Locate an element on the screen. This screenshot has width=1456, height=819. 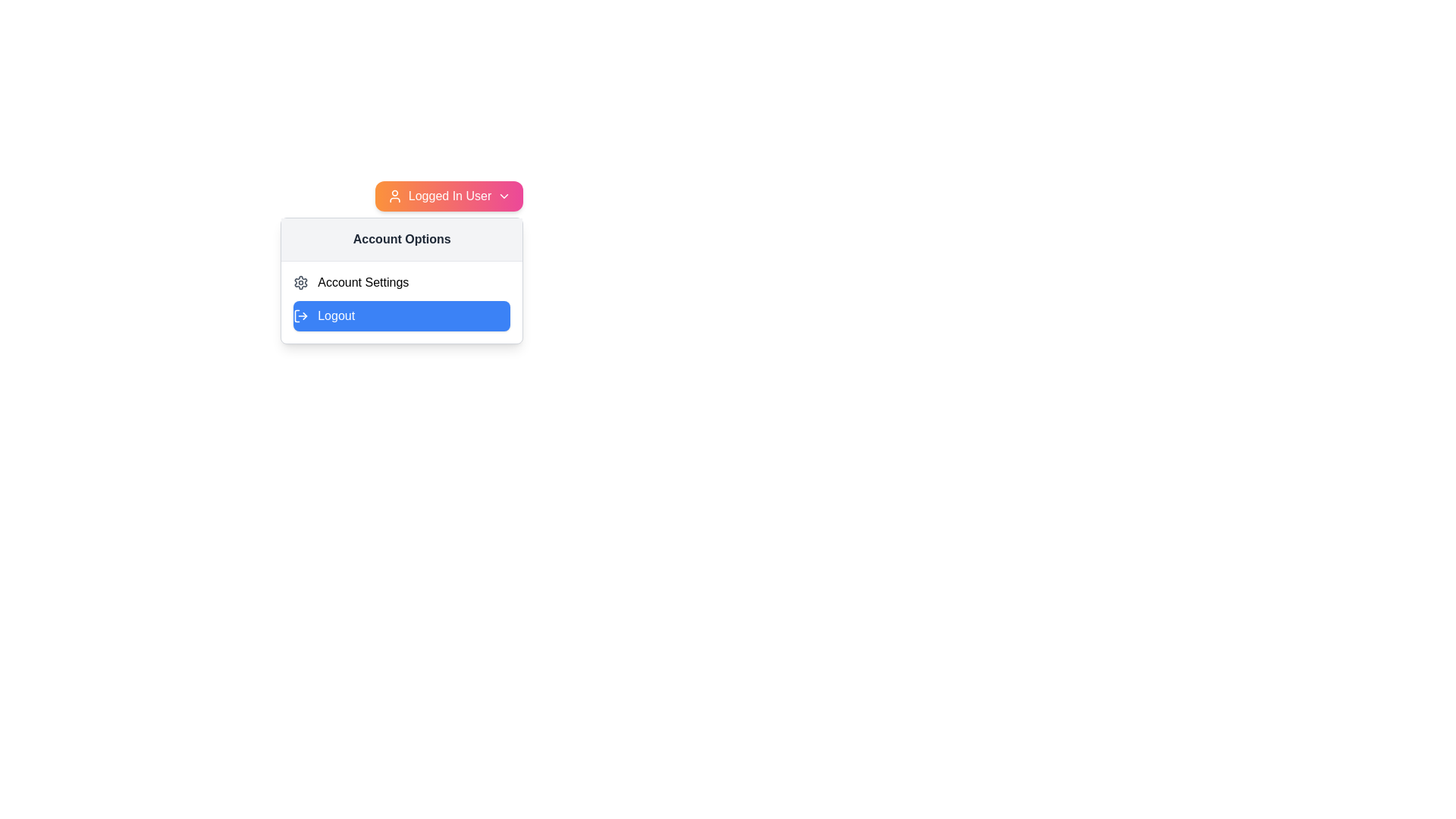
the Dropdown button with a gradient background and user icon labeled 'Logged In User' is located at coordinates (448, 195).